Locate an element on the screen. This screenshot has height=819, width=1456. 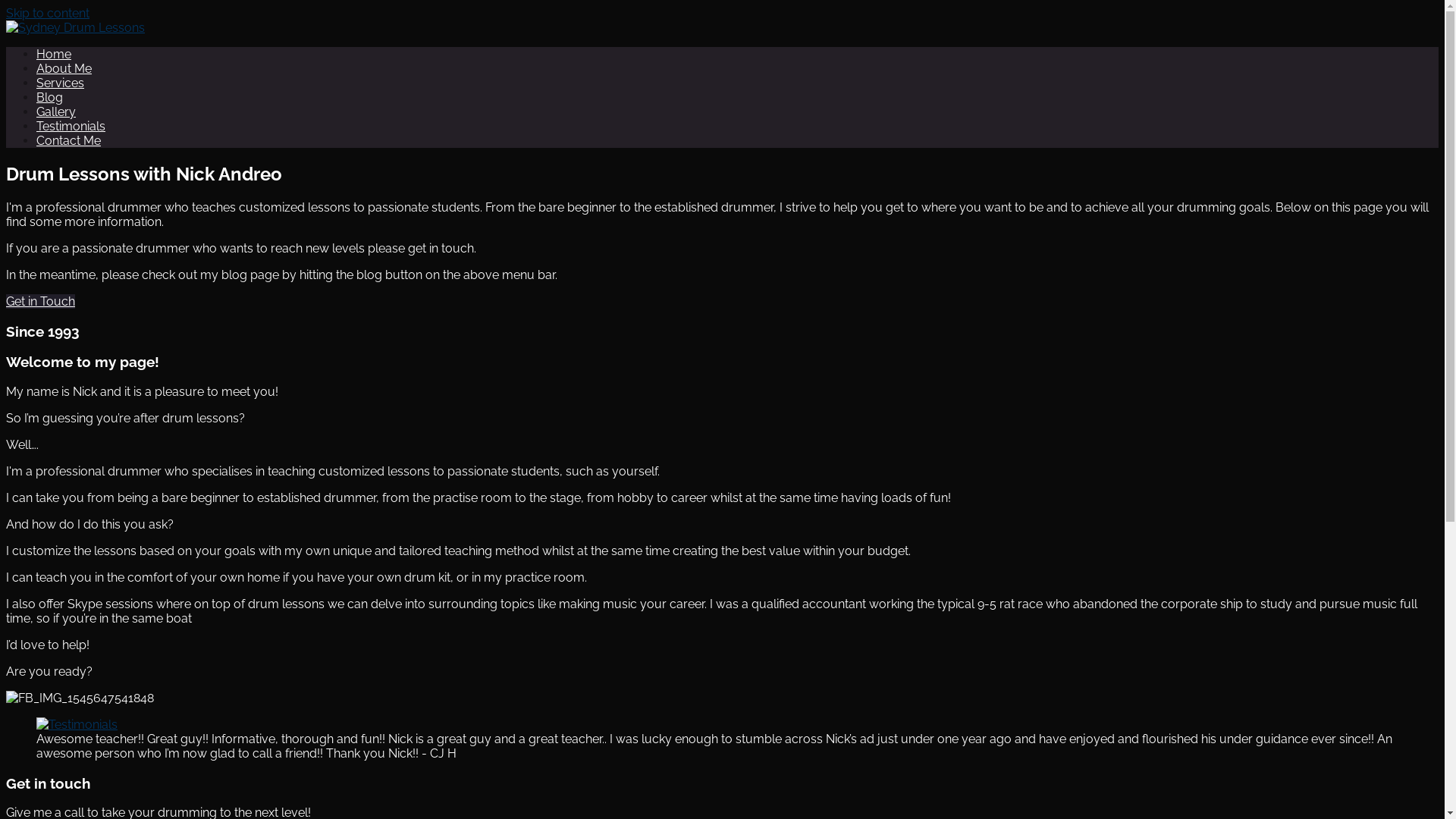
'FB_IMG_1545647541848' is located at coordinates (6, 698).